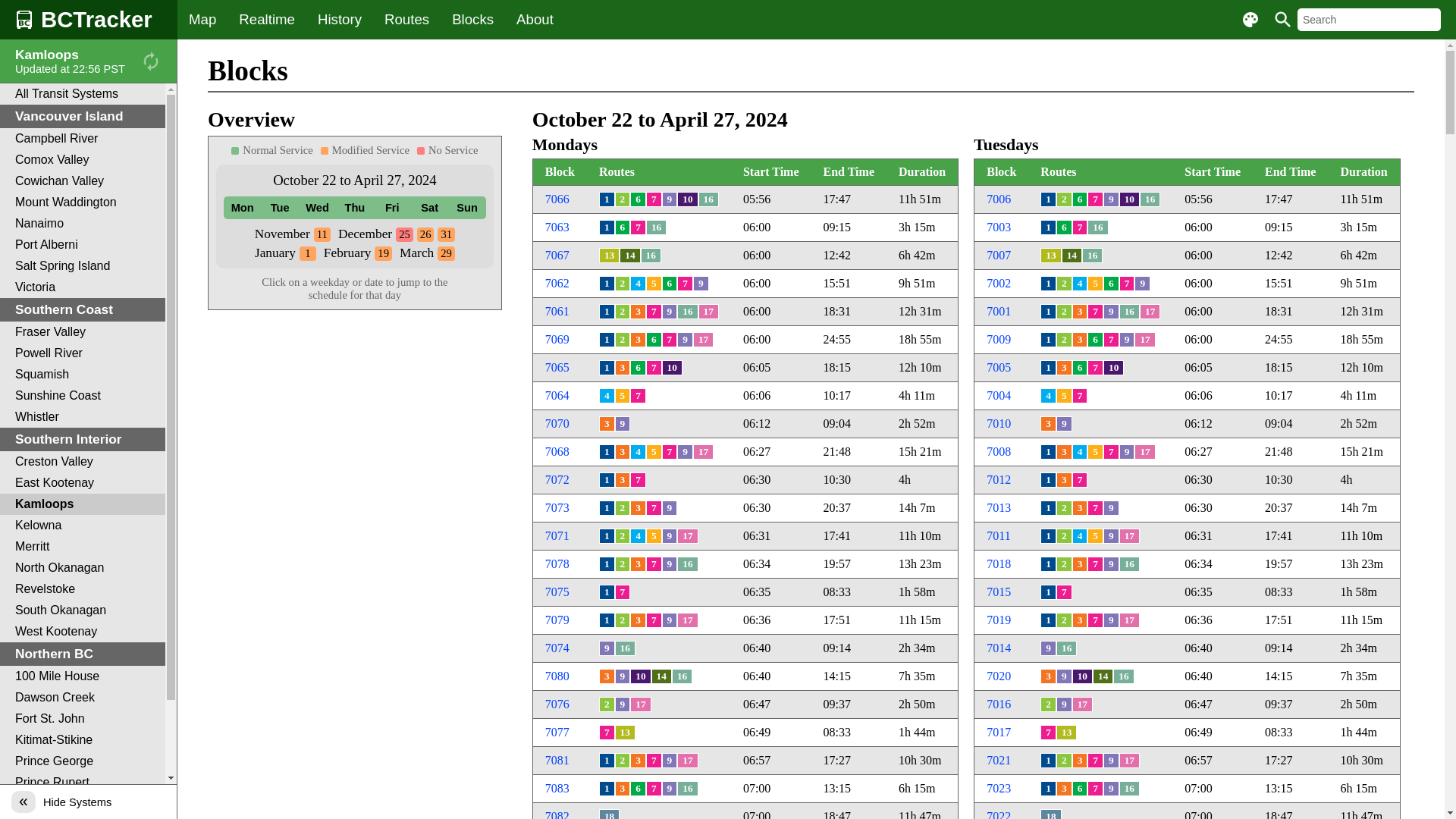 The width and height of the screenshot is (1456, 819). What do you see at coordinates (623, 284) in the screenshot?
I see `'2'` at bounding box center [623, 284].